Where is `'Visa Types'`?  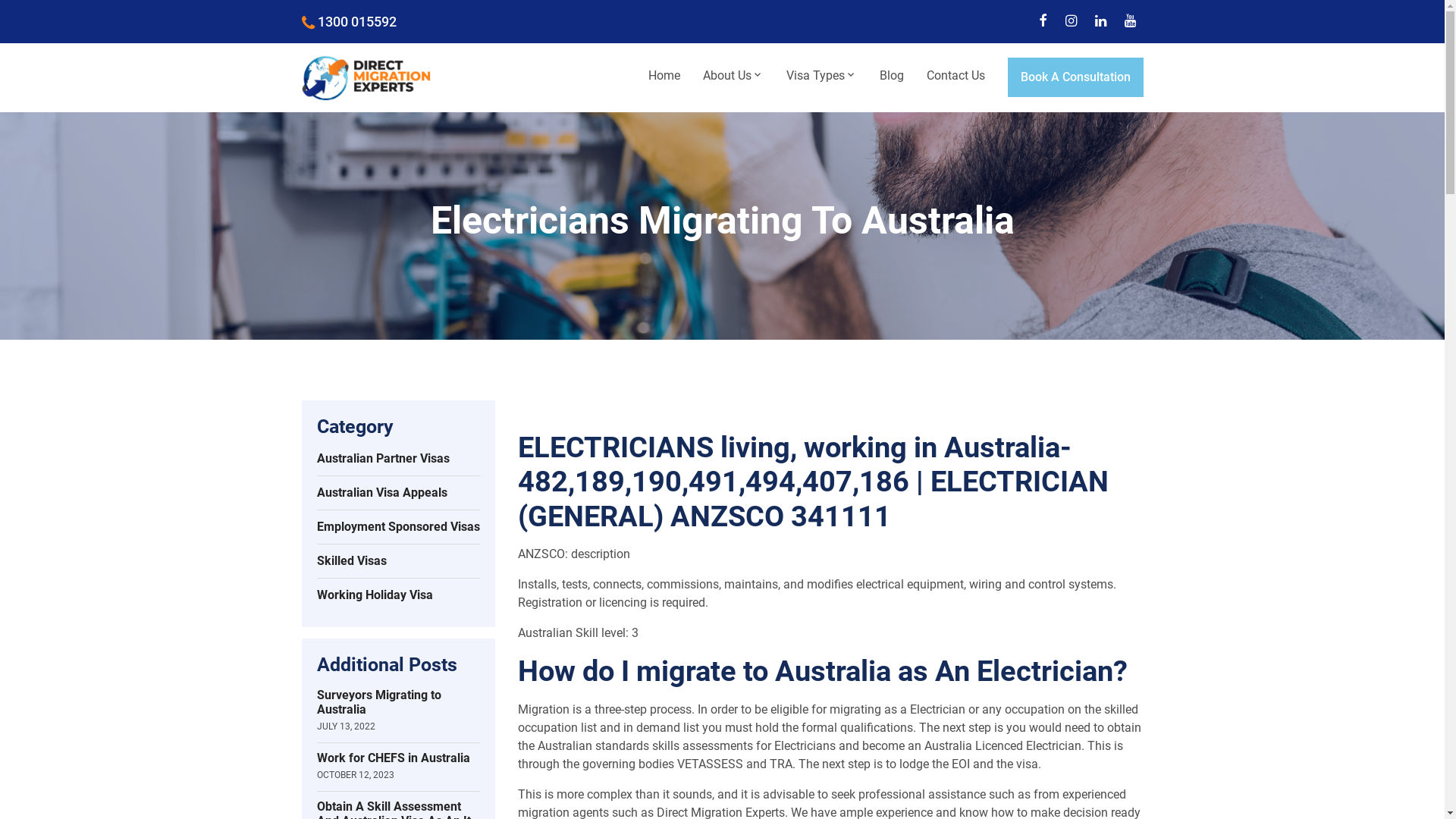 'Visa Types' is located at coordinates (821, 76).